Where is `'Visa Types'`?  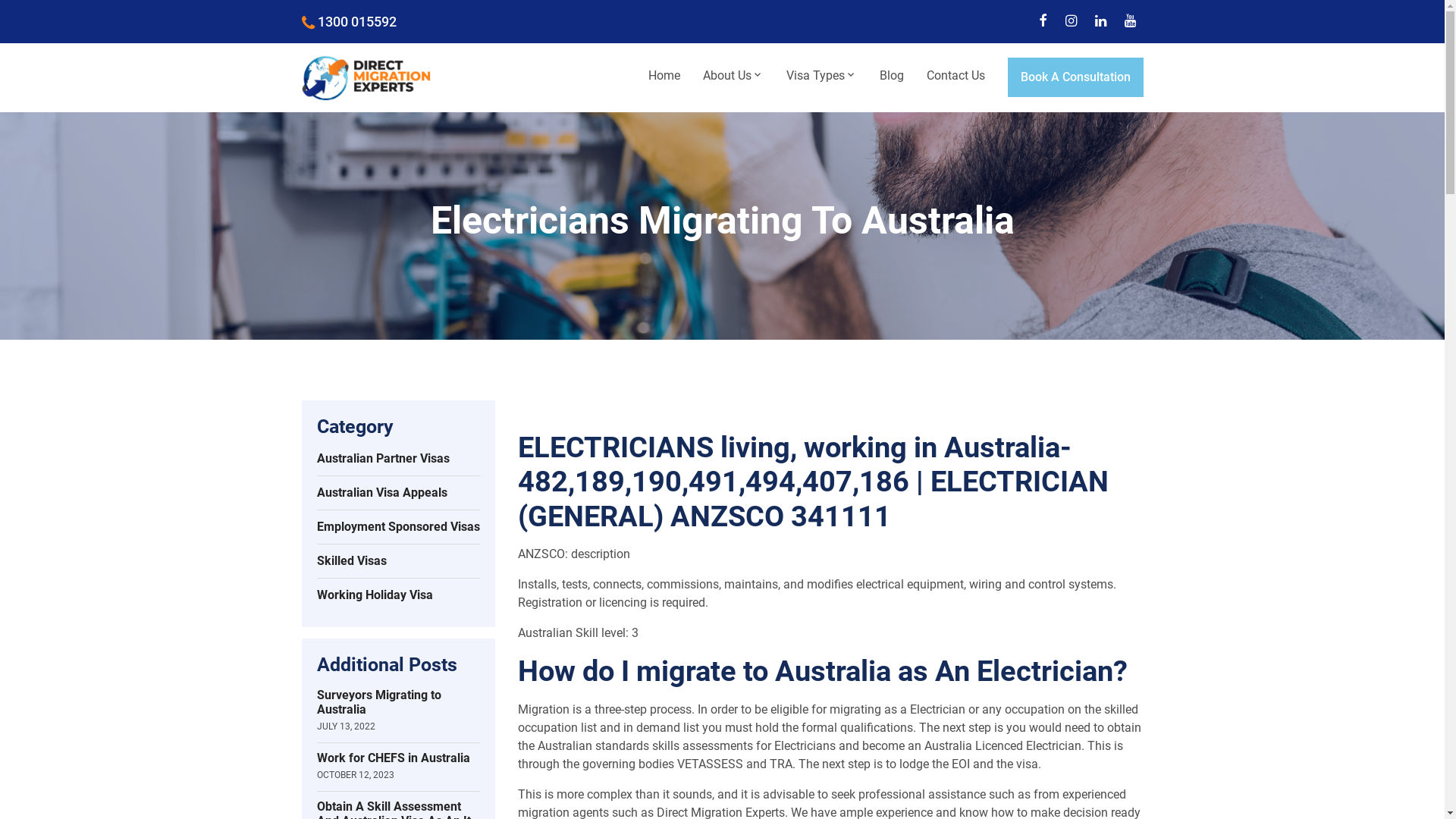 'Visa Types' is located at coordinates (821, 76).